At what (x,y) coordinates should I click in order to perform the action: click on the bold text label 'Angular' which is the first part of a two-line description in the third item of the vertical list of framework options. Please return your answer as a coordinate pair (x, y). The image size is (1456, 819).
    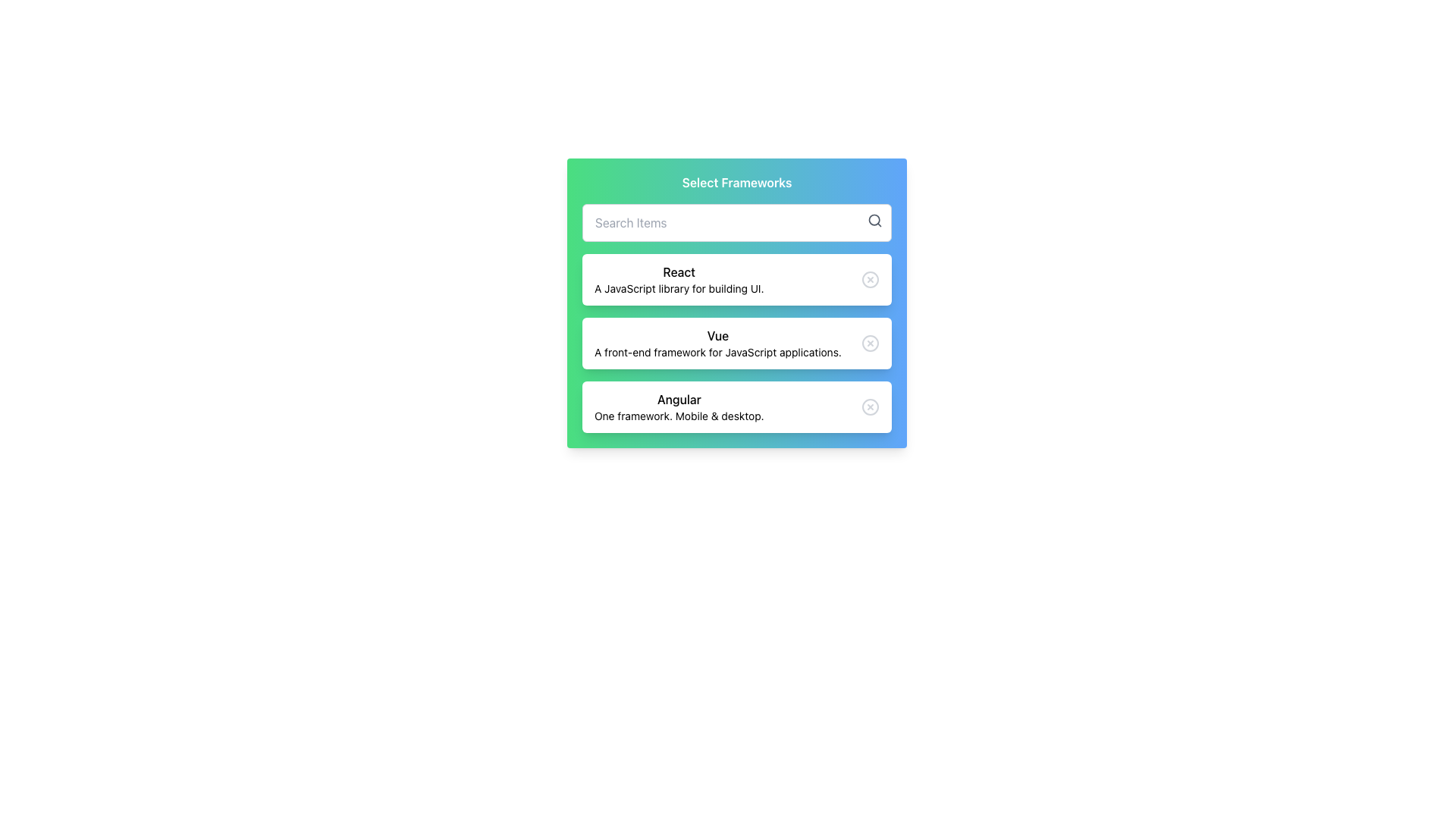
    Looking at the image, I should click on (678, 399).